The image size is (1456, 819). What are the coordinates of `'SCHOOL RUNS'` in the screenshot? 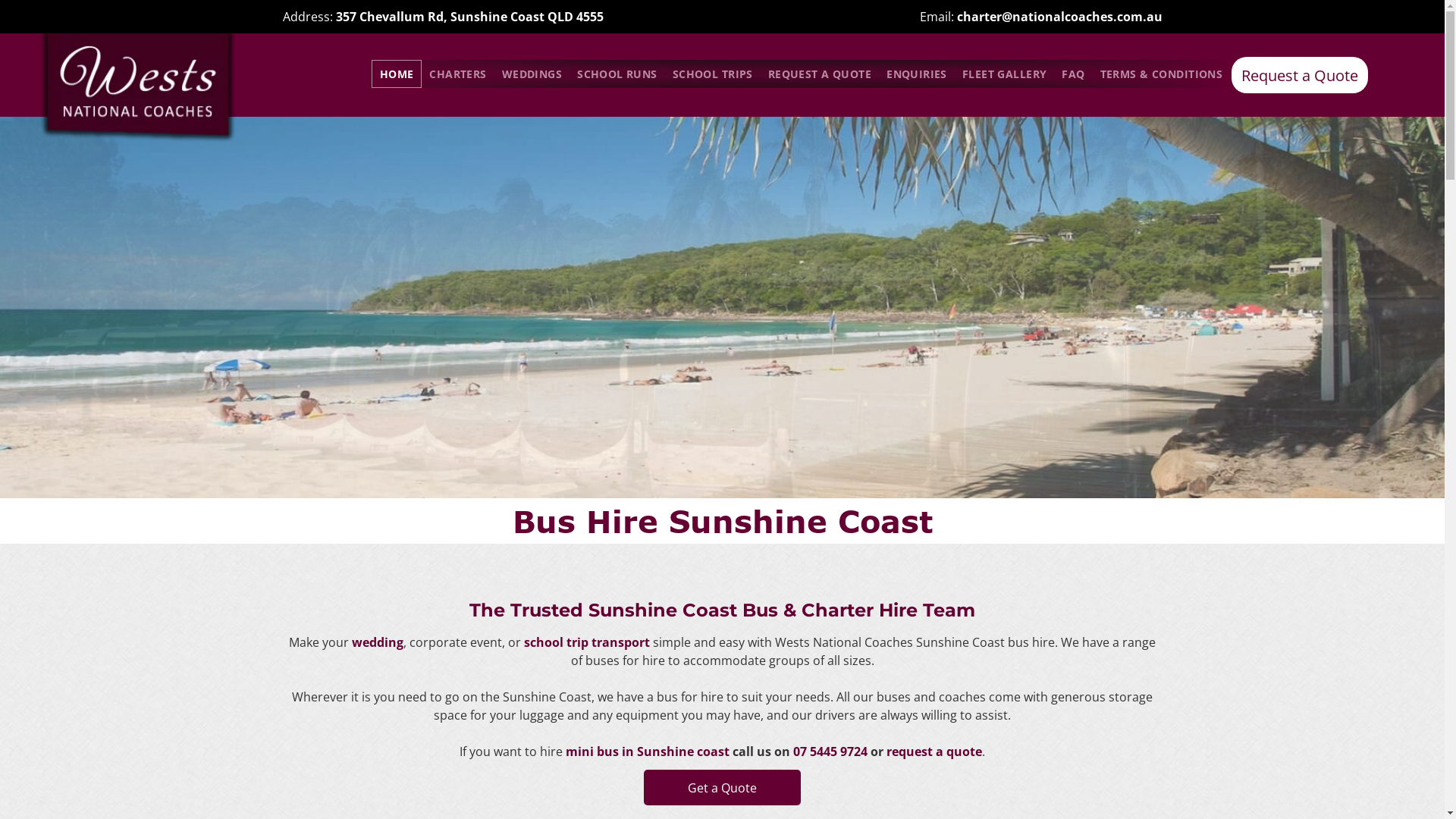 It's located at (568, 74).